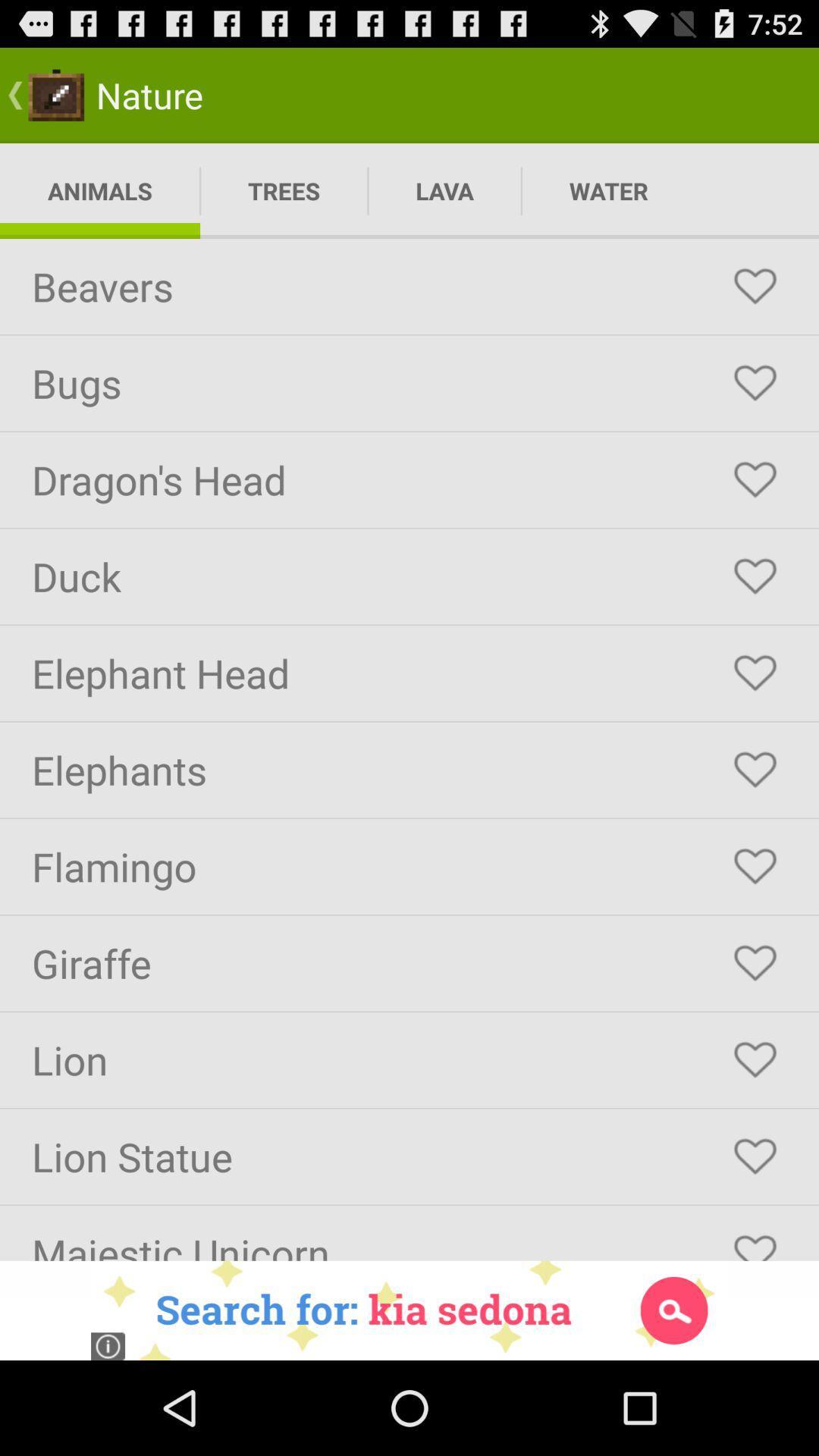  I want to click on search advertisement, so click(409, 1310).